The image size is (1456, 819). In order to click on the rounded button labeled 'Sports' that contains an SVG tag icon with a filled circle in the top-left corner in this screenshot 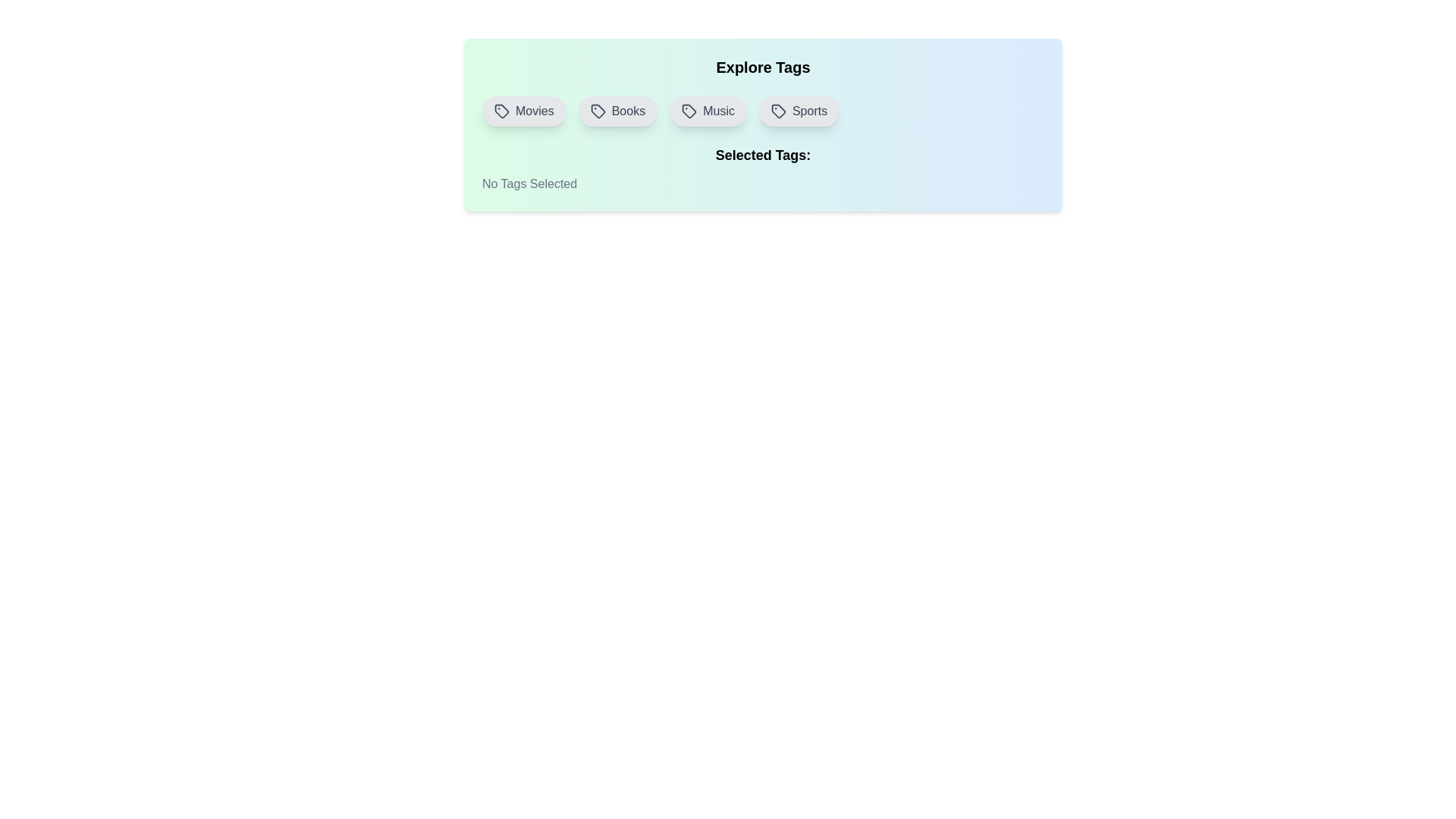, I will do `click(779, 110)`.